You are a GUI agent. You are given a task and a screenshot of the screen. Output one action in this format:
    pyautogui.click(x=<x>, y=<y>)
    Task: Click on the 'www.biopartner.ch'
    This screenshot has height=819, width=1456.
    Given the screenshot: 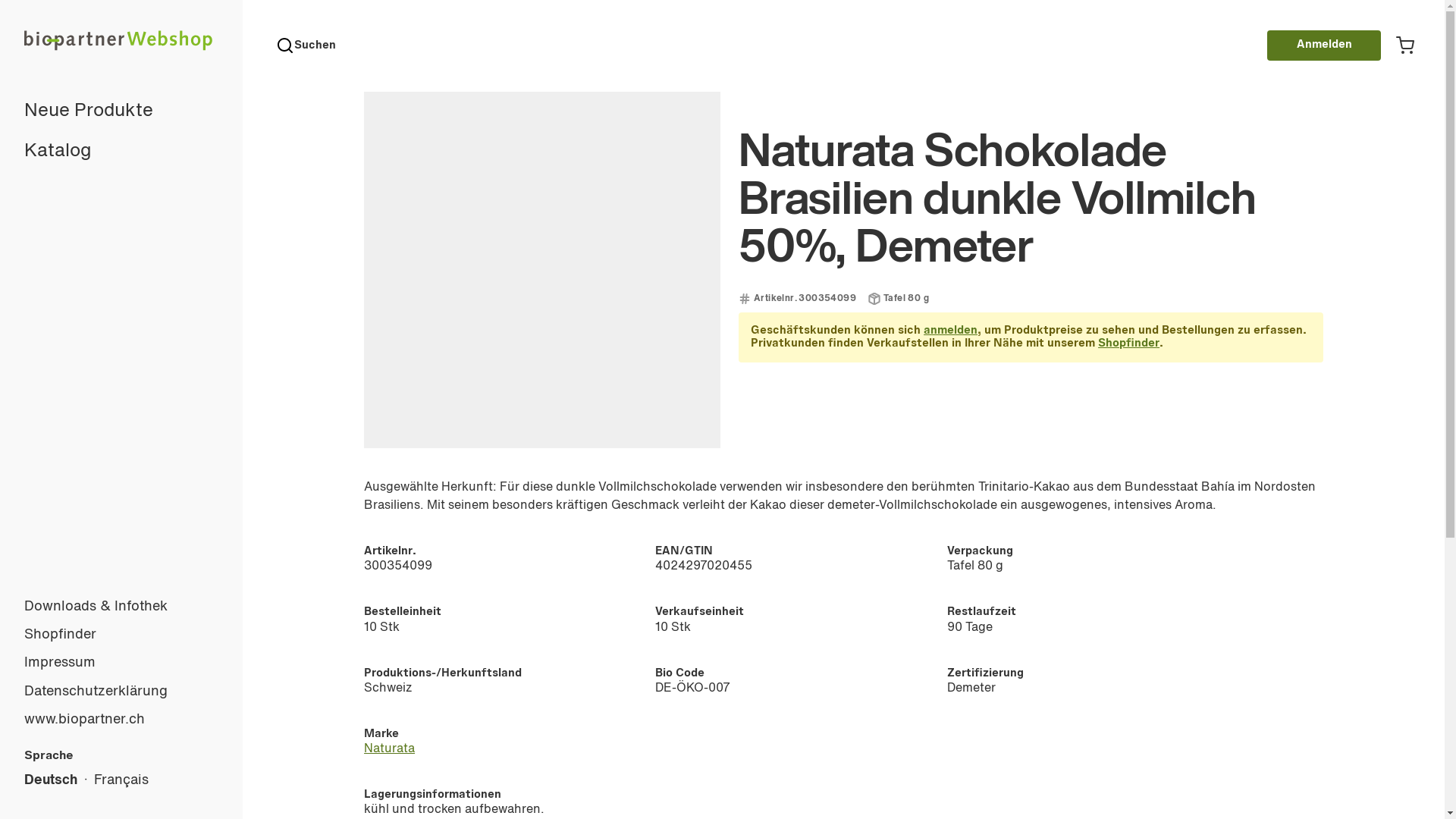 What is the action you would take?
    pyautogui.click(x=120, y=719)
    